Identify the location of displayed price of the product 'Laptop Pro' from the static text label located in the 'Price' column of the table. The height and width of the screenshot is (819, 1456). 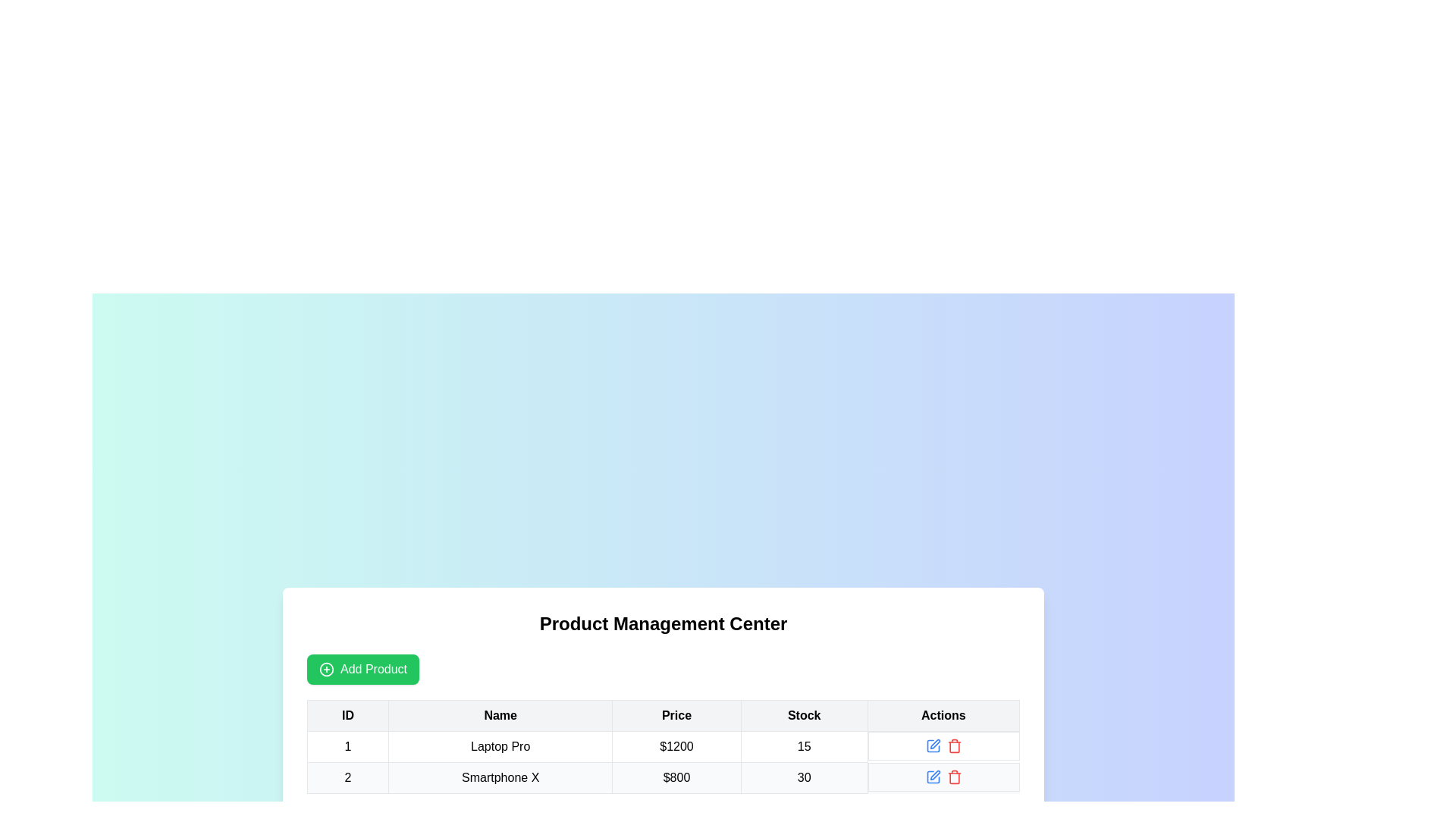
(676, 745).